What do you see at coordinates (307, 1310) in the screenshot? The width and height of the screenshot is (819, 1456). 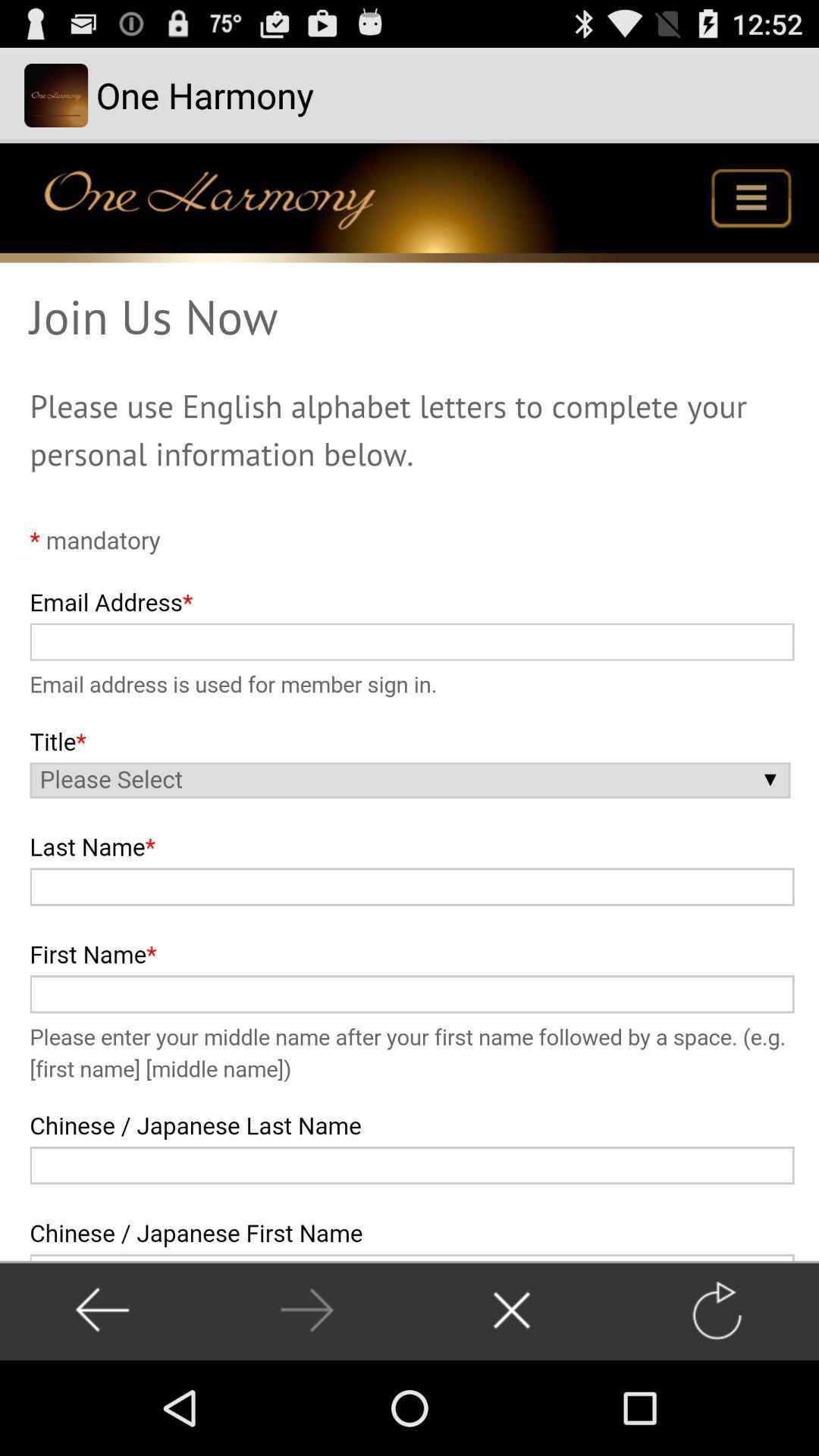 I see `previous` at bounding box center [307, 1310].